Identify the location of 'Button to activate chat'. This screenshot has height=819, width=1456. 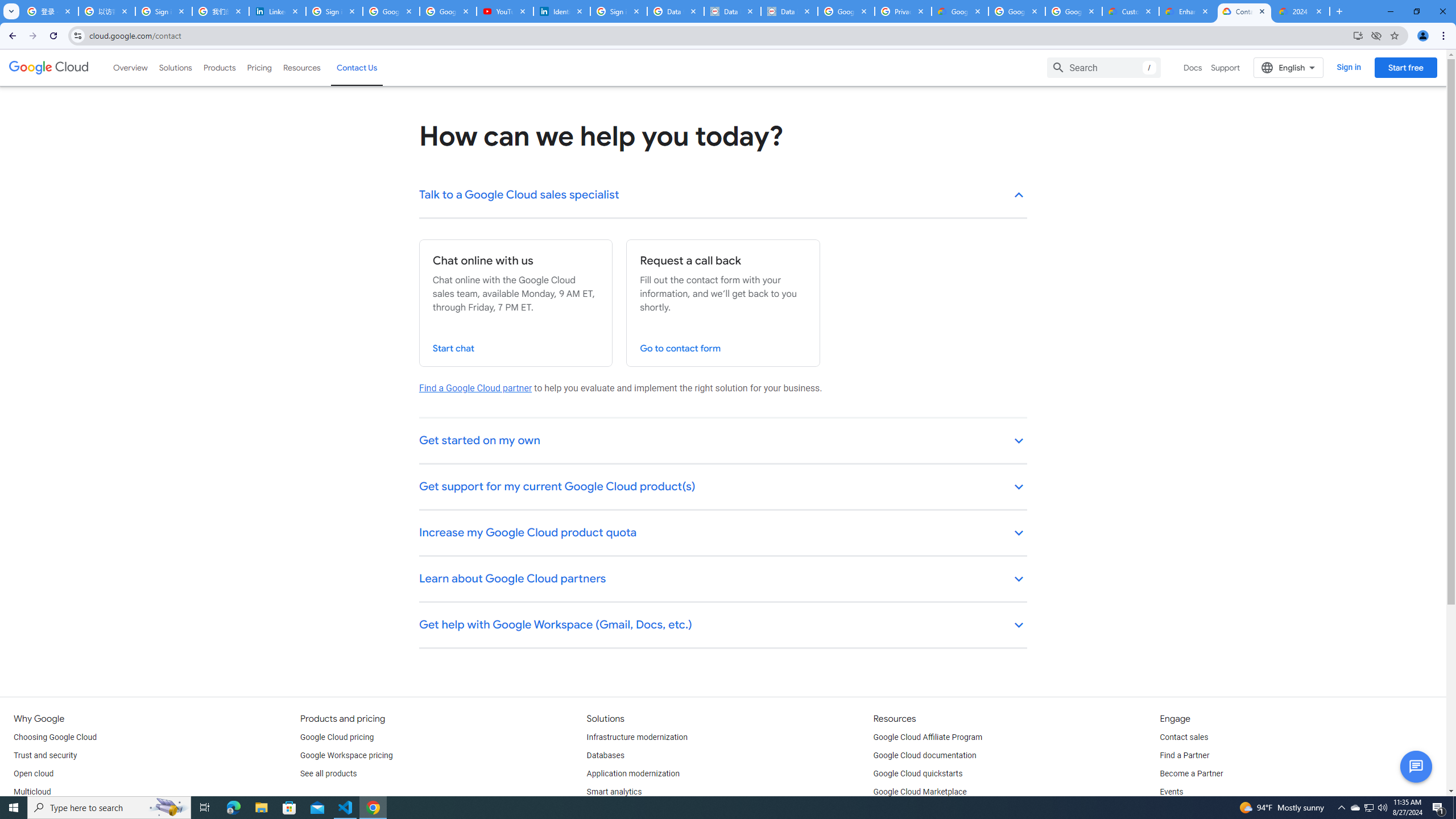
(1416, 767).